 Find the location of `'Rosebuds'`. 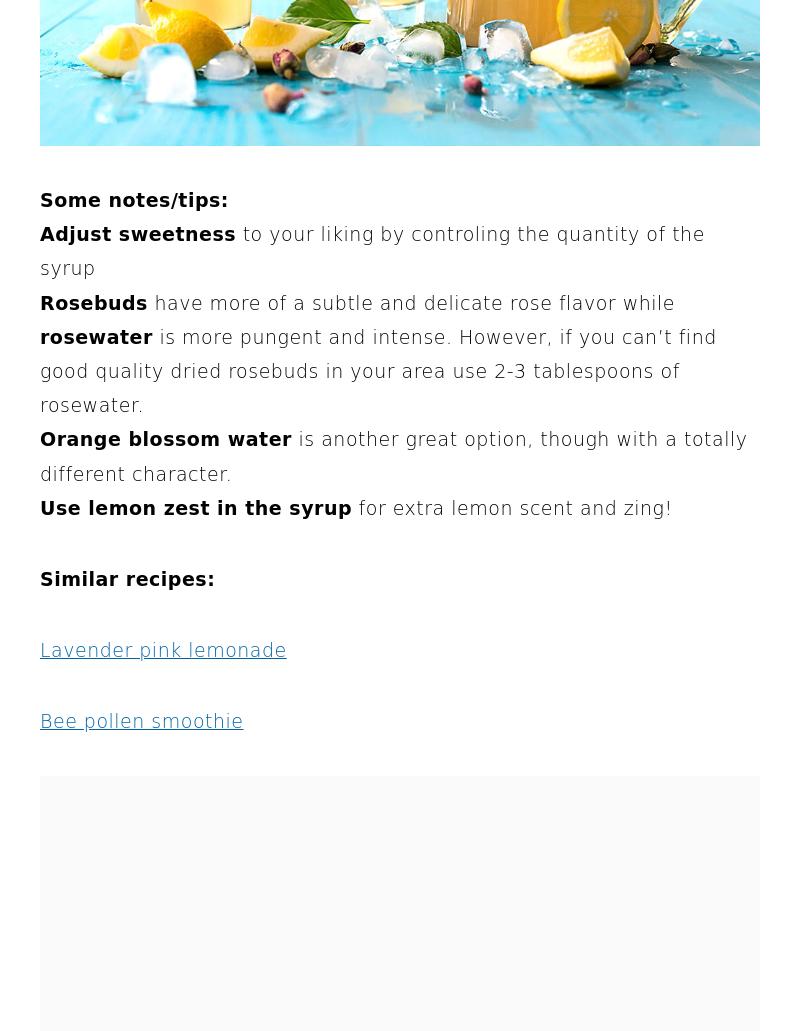

'Rosebuds' is located at coordinates (39, 301).